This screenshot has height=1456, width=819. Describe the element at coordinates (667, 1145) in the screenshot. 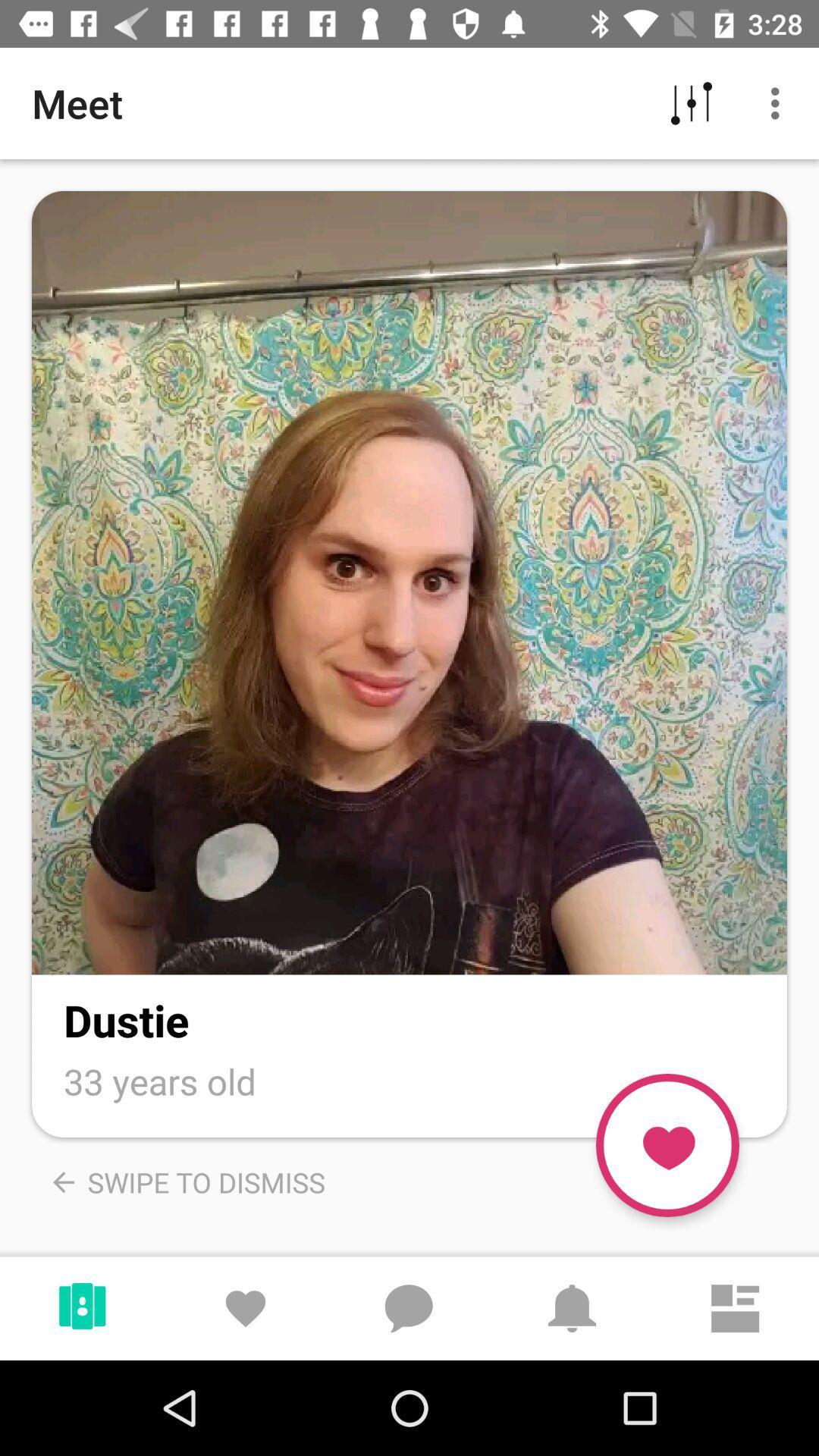

I see `like the photo` at that location.